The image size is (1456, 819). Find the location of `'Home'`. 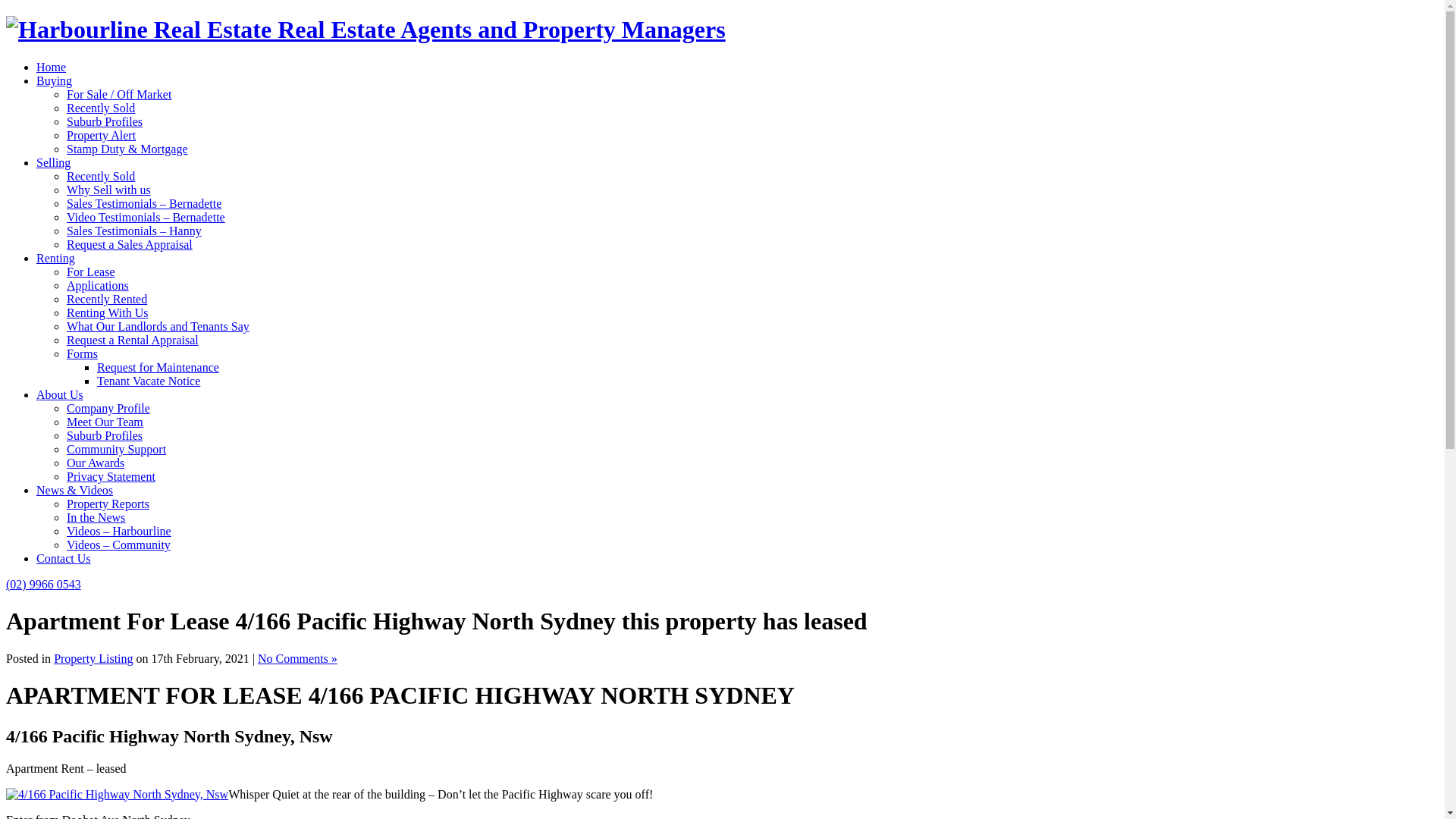

'Home' is located at coordinates (51, 66).